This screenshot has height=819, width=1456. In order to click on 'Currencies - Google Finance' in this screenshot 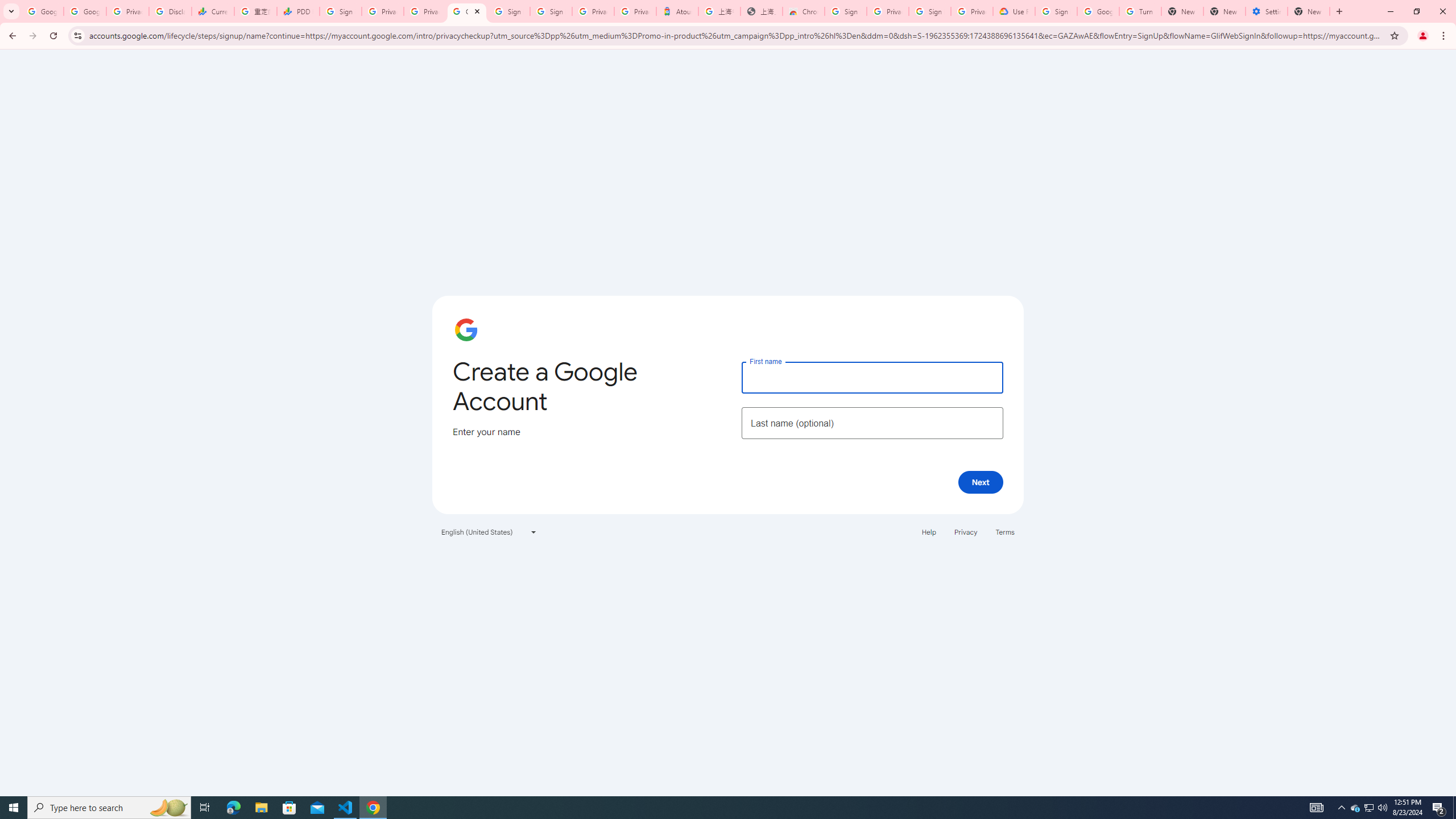, I will do `click(212, 11)`.